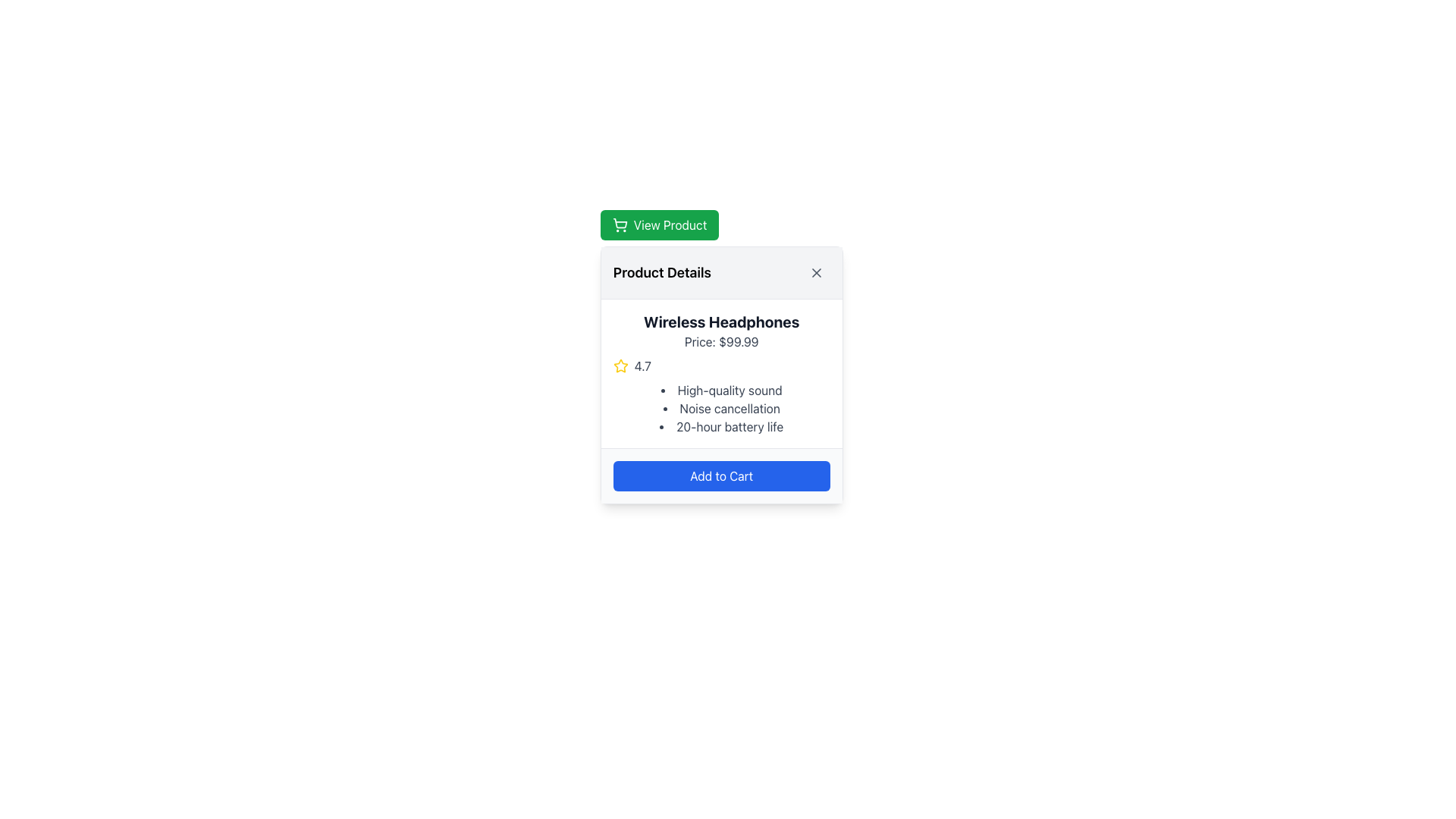  What do you see at coordinates (720, 475) in the screenshot?
I see `the rectangular 'Add to Cart' button with a blue background located at the bottom of the product details card` at bounding box center [720, 475].